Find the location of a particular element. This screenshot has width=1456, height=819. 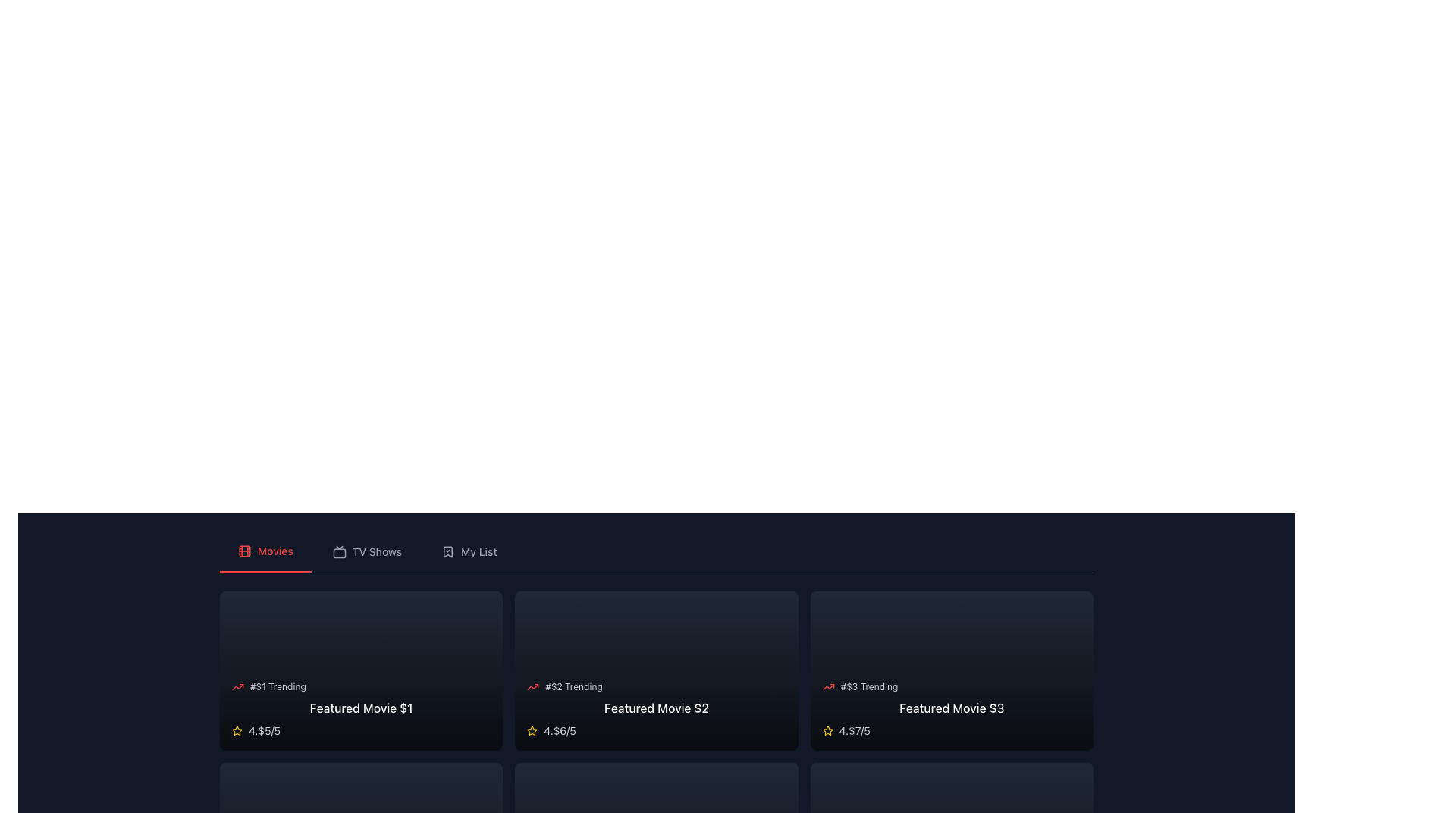

the movie card in the trending movies section is located at coordinates (360, 709).